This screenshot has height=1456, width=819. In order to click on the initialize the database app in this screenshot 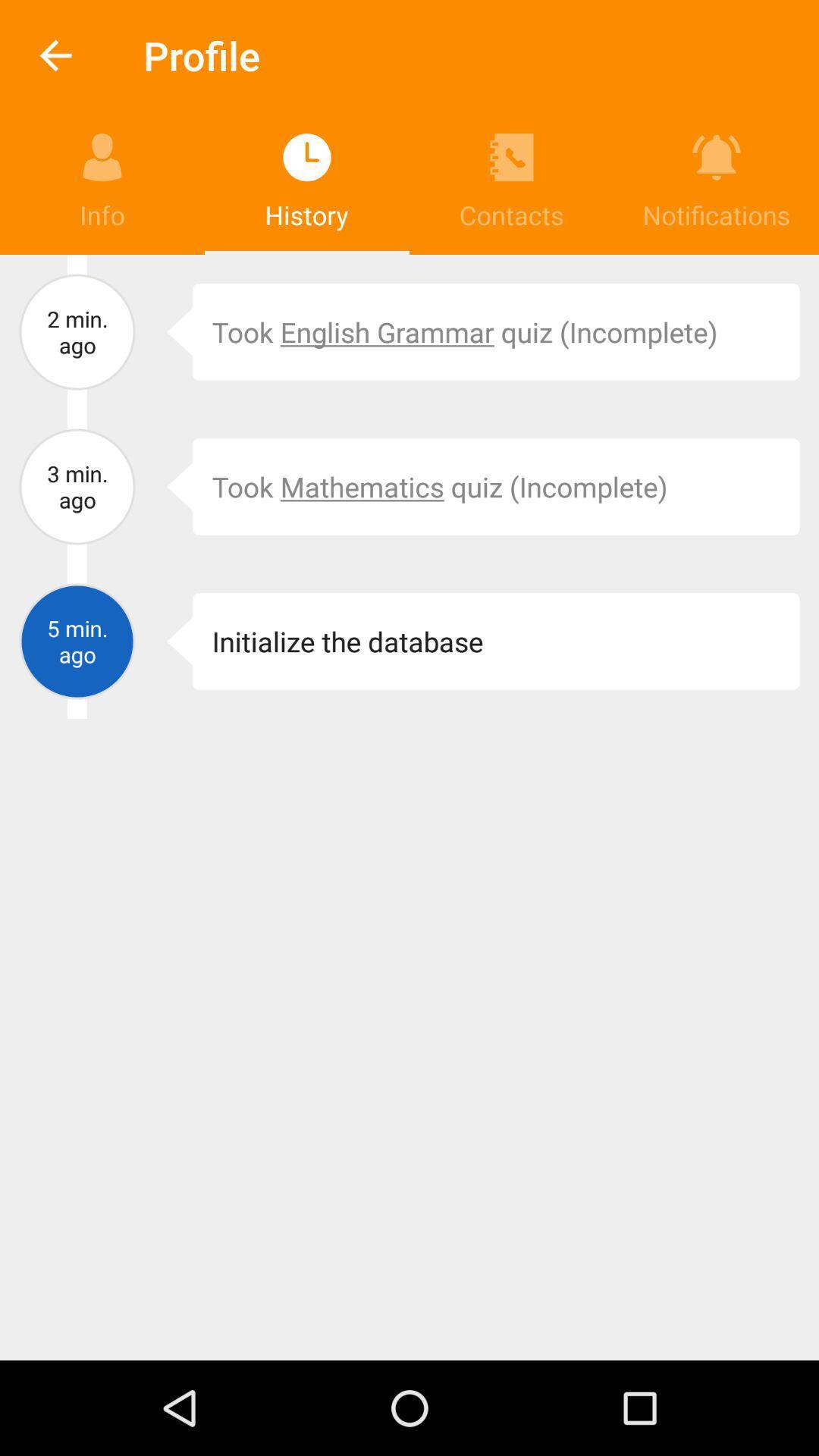, I will do `click(496, 641)`.